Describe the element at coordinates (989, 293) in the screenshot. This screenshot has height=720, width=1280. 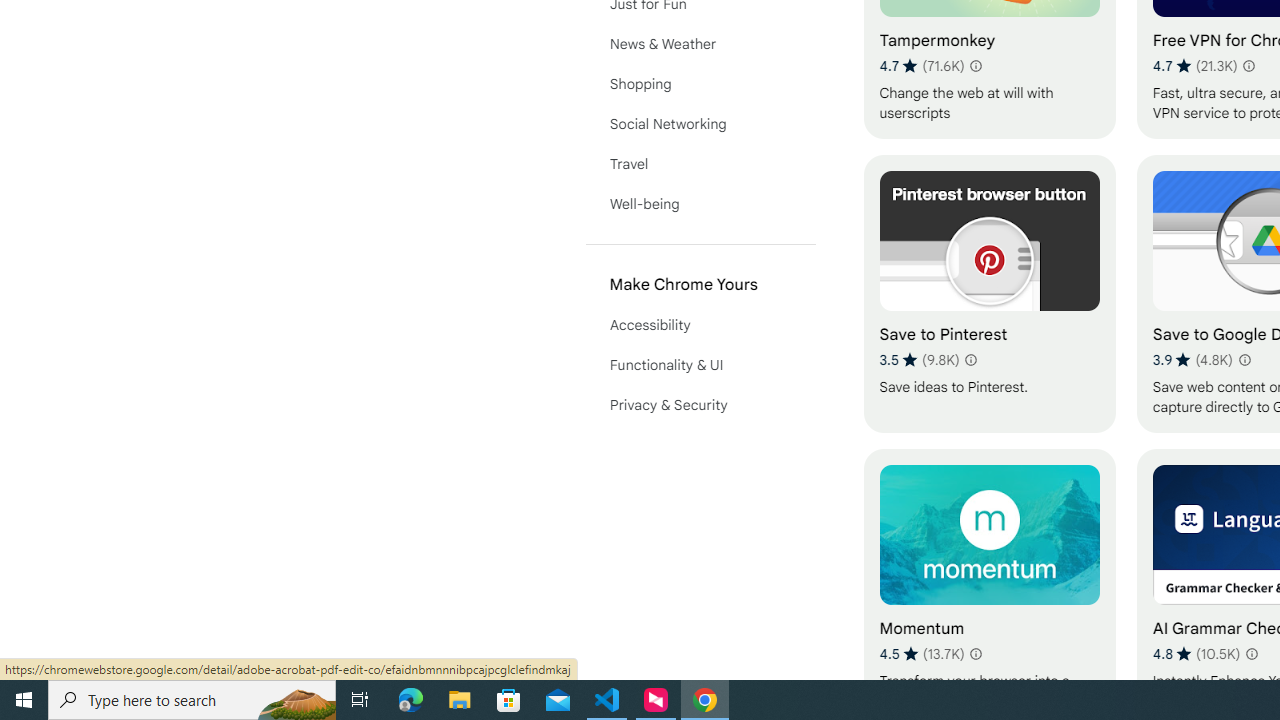
I see `'Save to Pinterest'` at that location.